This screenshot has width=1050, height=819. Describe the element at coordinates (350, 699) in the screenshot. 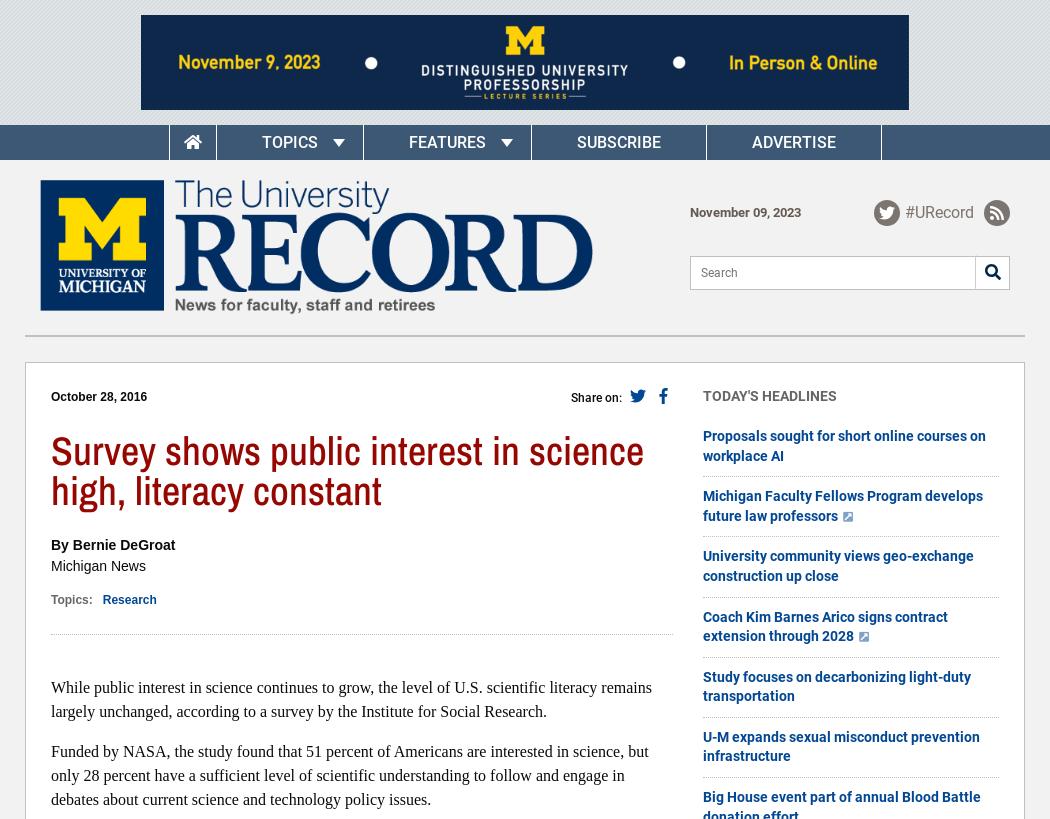

I see `'While public interest in science continues to grow, the level of U.S. scientific literacy remains largely unchanged, according to a survey by the Institute for Social Research.'` at that location.